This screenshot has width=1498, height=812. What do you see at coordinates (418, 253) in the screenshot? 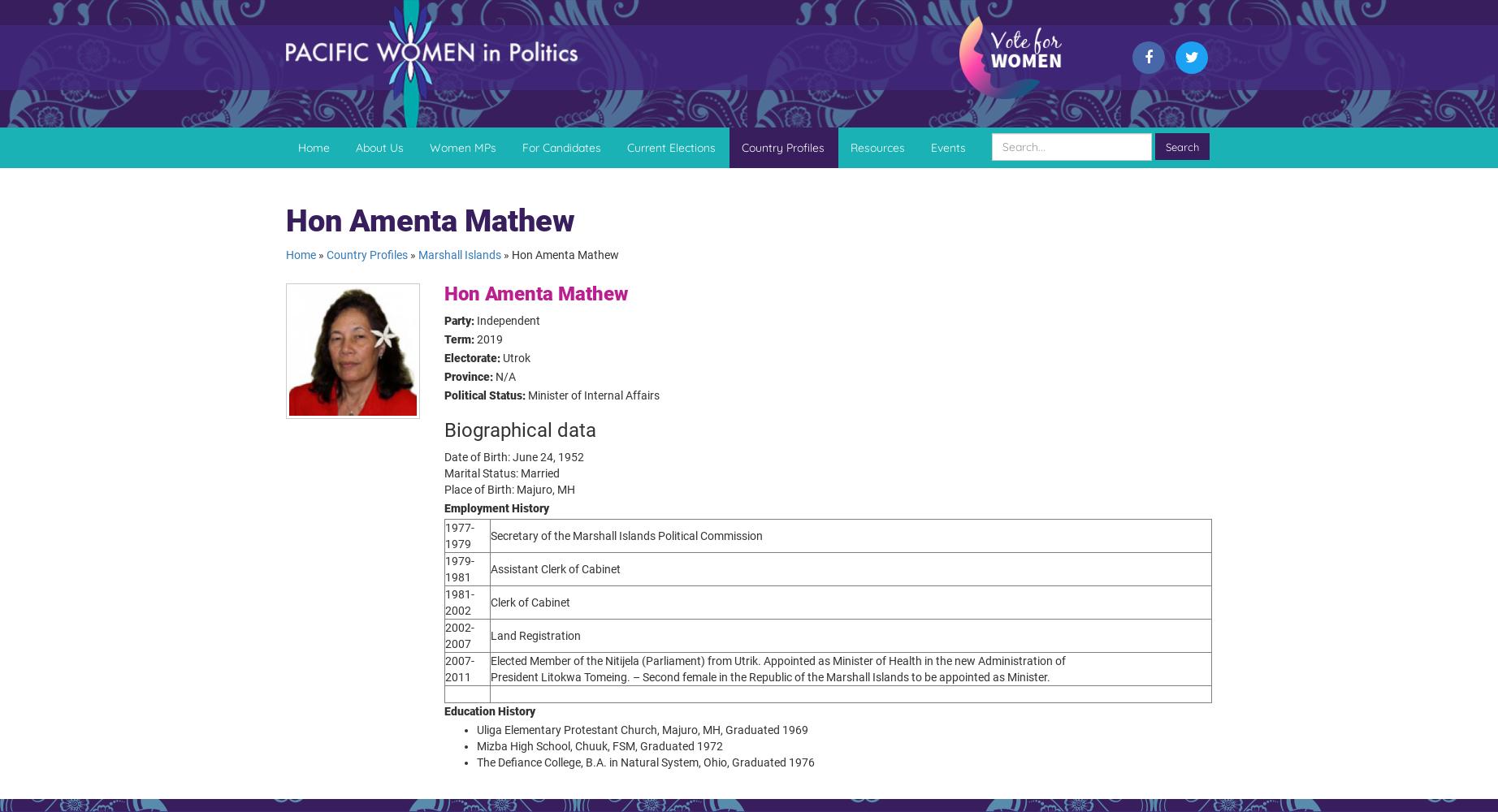
I see `'Marshall Islands'` at bounding box center [418, 253].